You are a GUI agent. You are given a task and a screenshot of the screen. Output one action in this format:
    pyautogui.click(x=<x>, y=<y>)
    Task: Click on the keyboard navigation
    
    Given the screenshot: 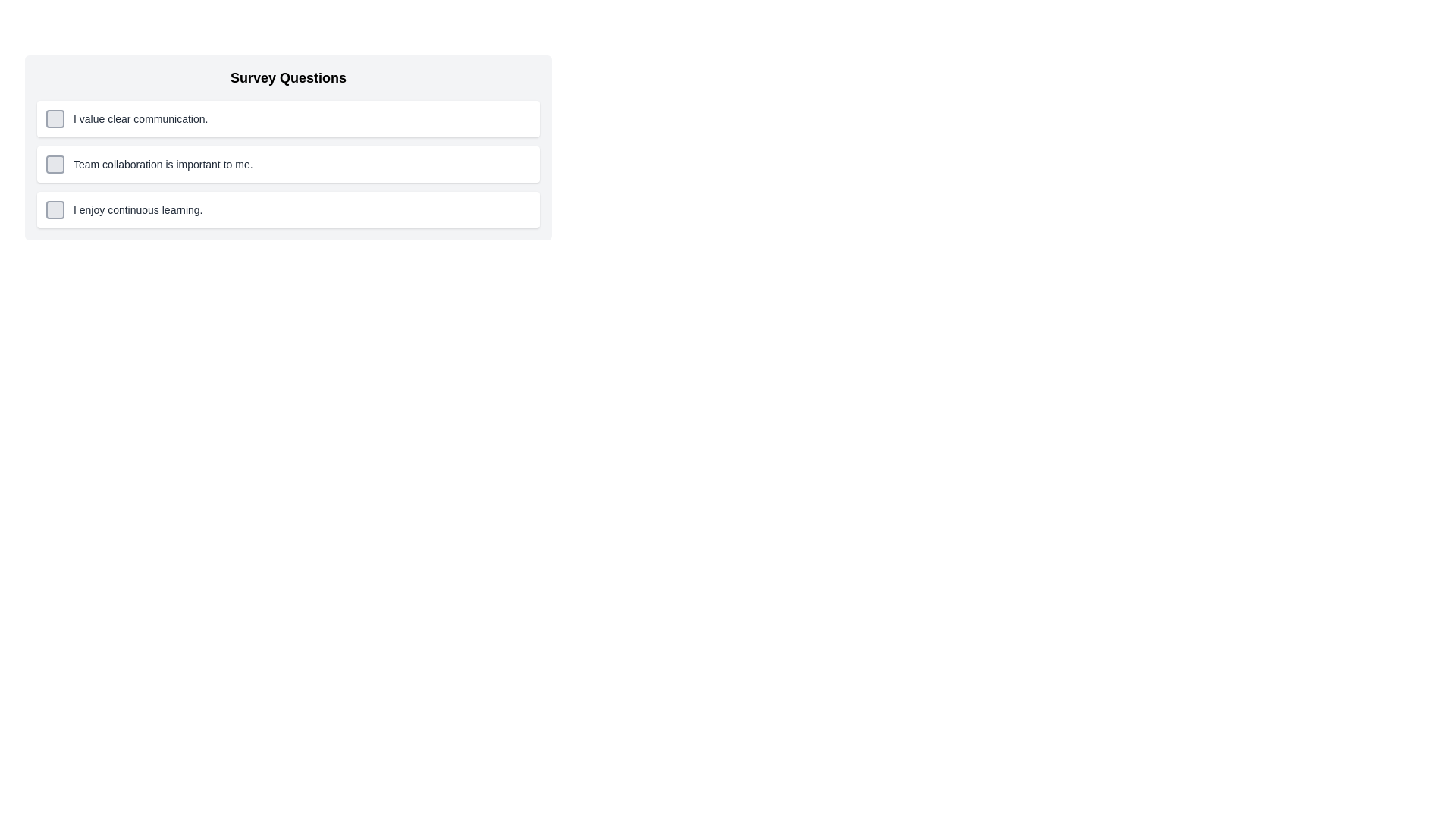 What is the action you would take?
    pyautogui.click(x=288, y=210)
    